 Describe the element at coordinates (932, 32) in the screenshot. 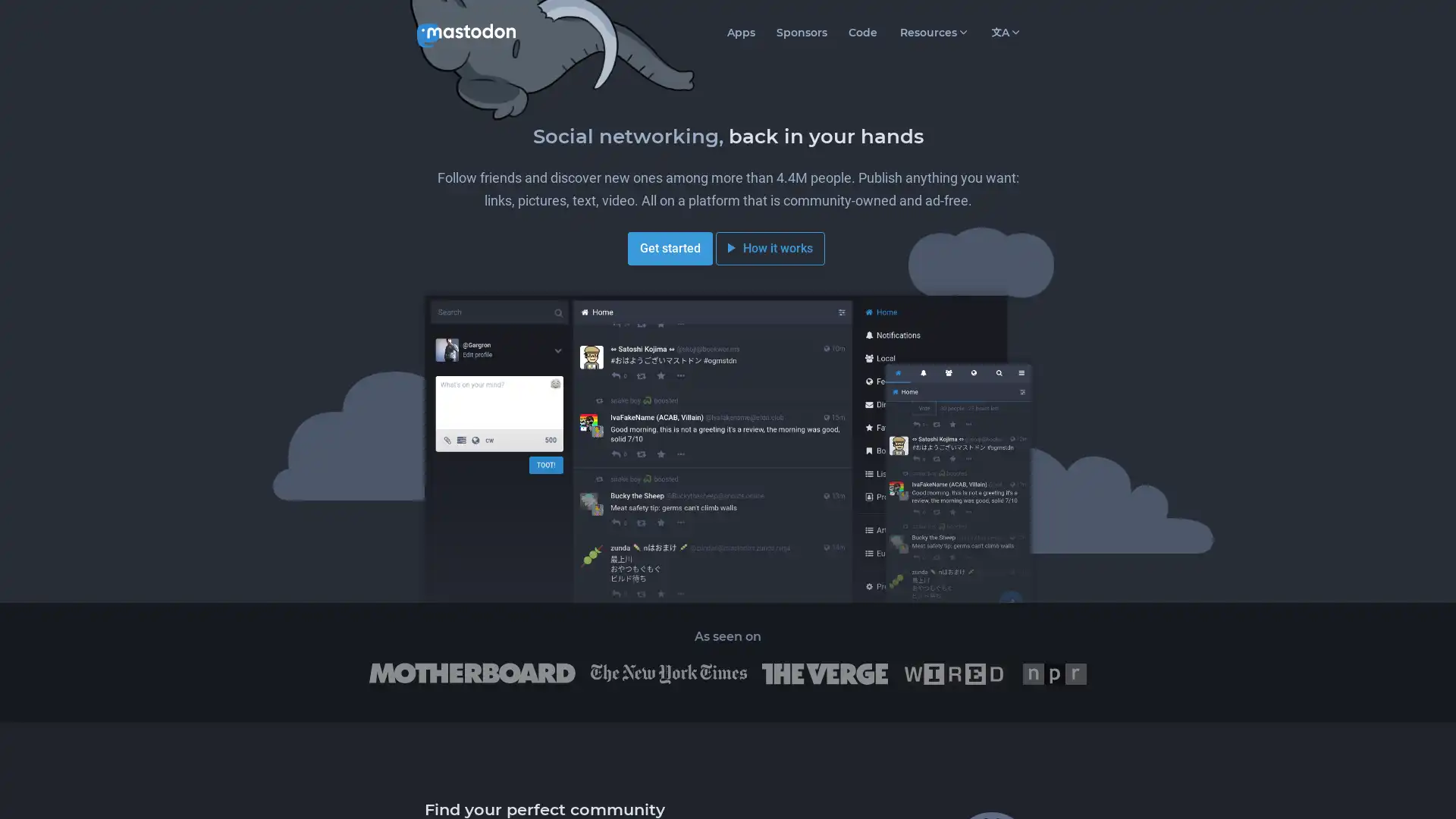

I see `Resources` at that location.